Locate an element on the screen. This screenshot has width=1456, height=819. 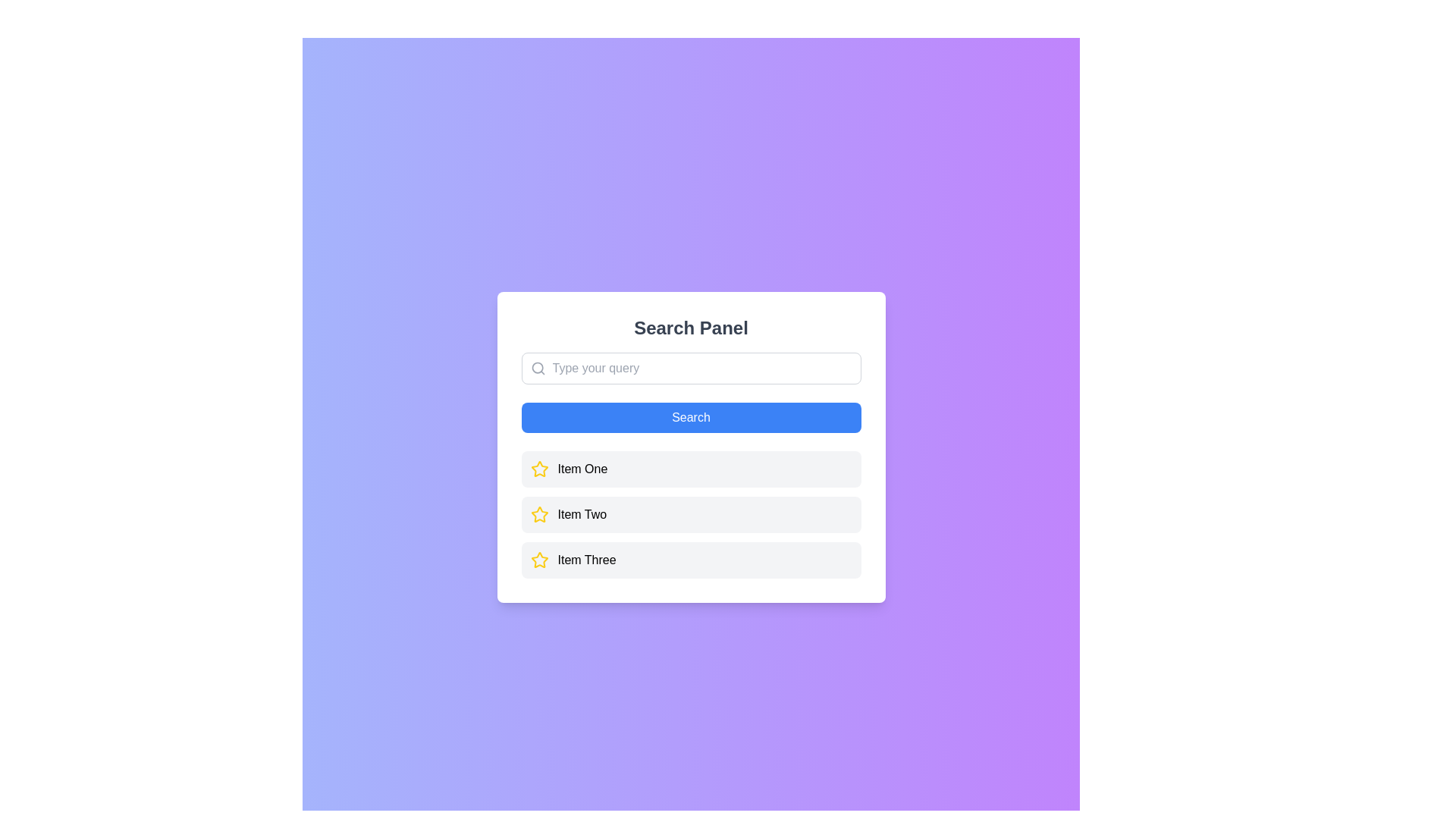
the list item labeled 'Item Two' is located at coordinates (690, 513).